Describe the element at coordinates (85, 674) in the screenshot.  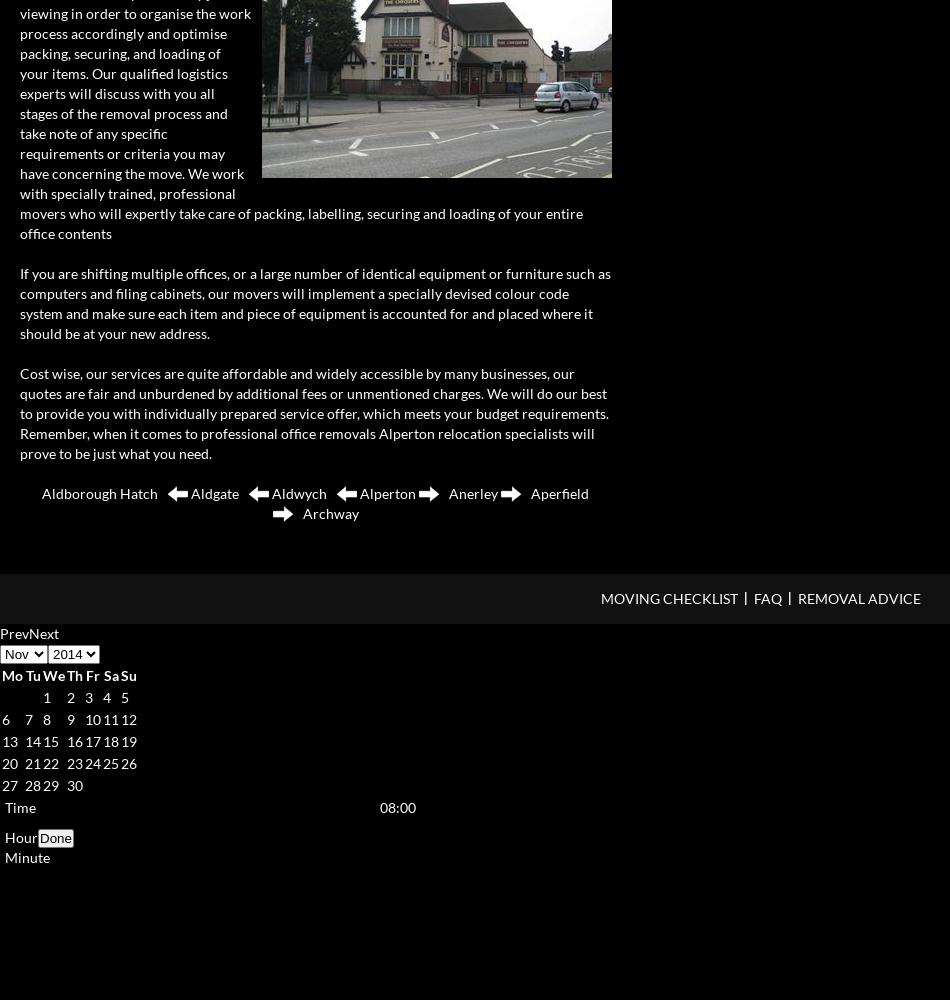
I see `'Fr'` at that location.